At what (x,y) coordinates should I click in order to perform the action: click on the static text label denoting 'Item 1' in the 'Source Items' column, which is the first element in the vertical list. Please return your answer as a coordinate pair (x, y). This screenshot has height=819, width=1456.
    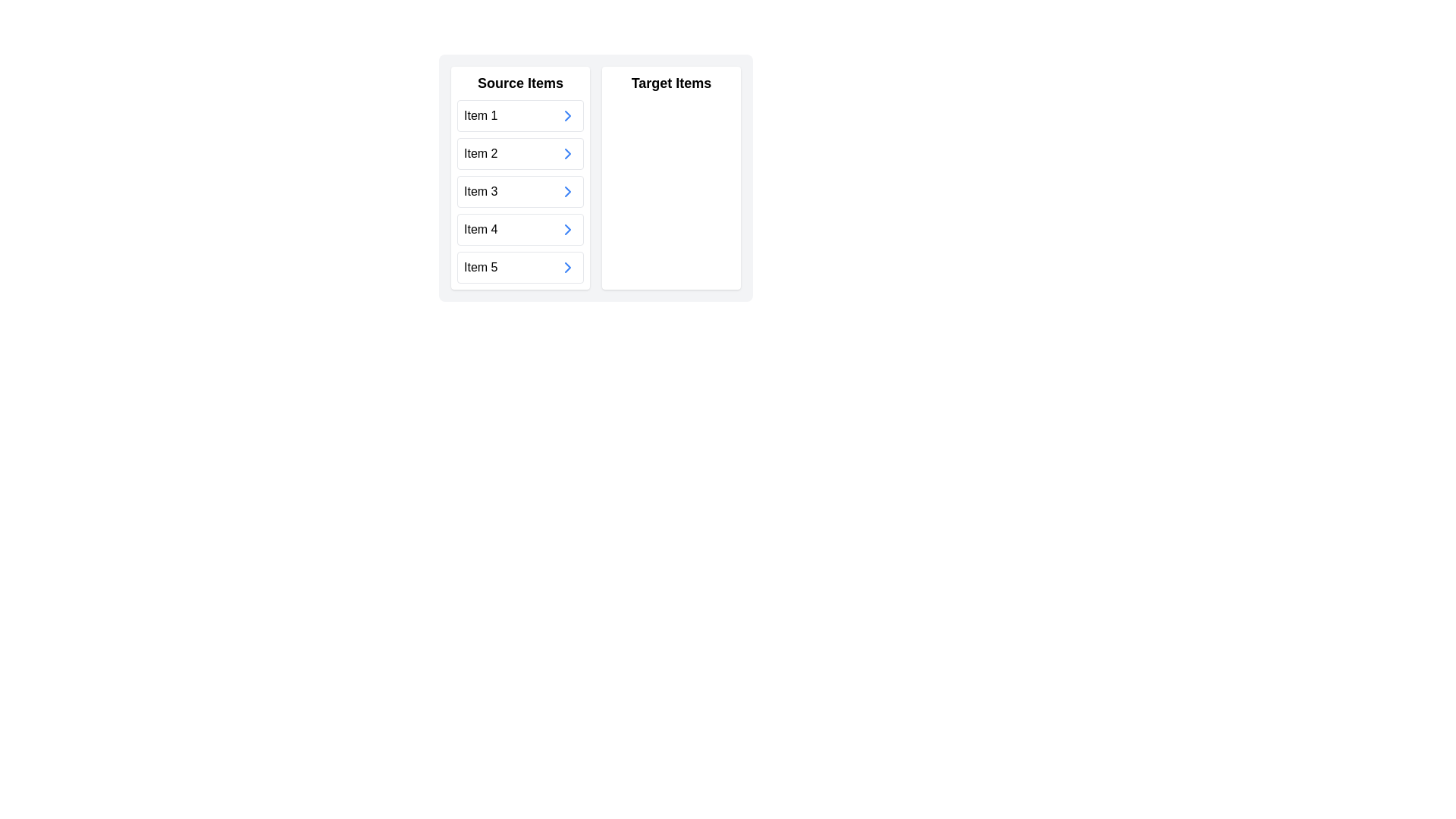
    Looking at the image, I should click on (480, 115).